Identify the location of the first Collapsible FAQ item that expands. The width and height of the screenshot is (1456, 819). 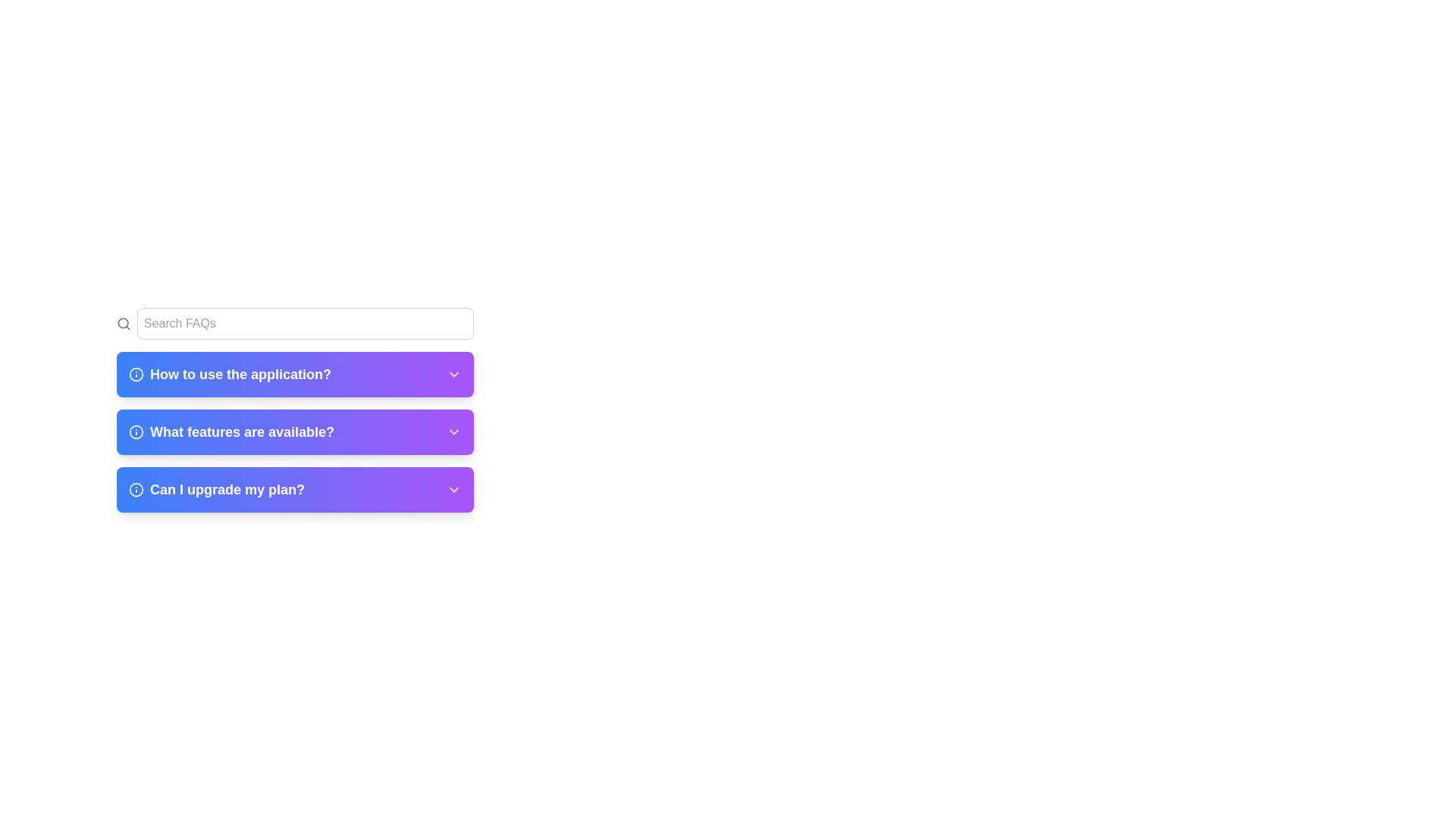
(295, 374).